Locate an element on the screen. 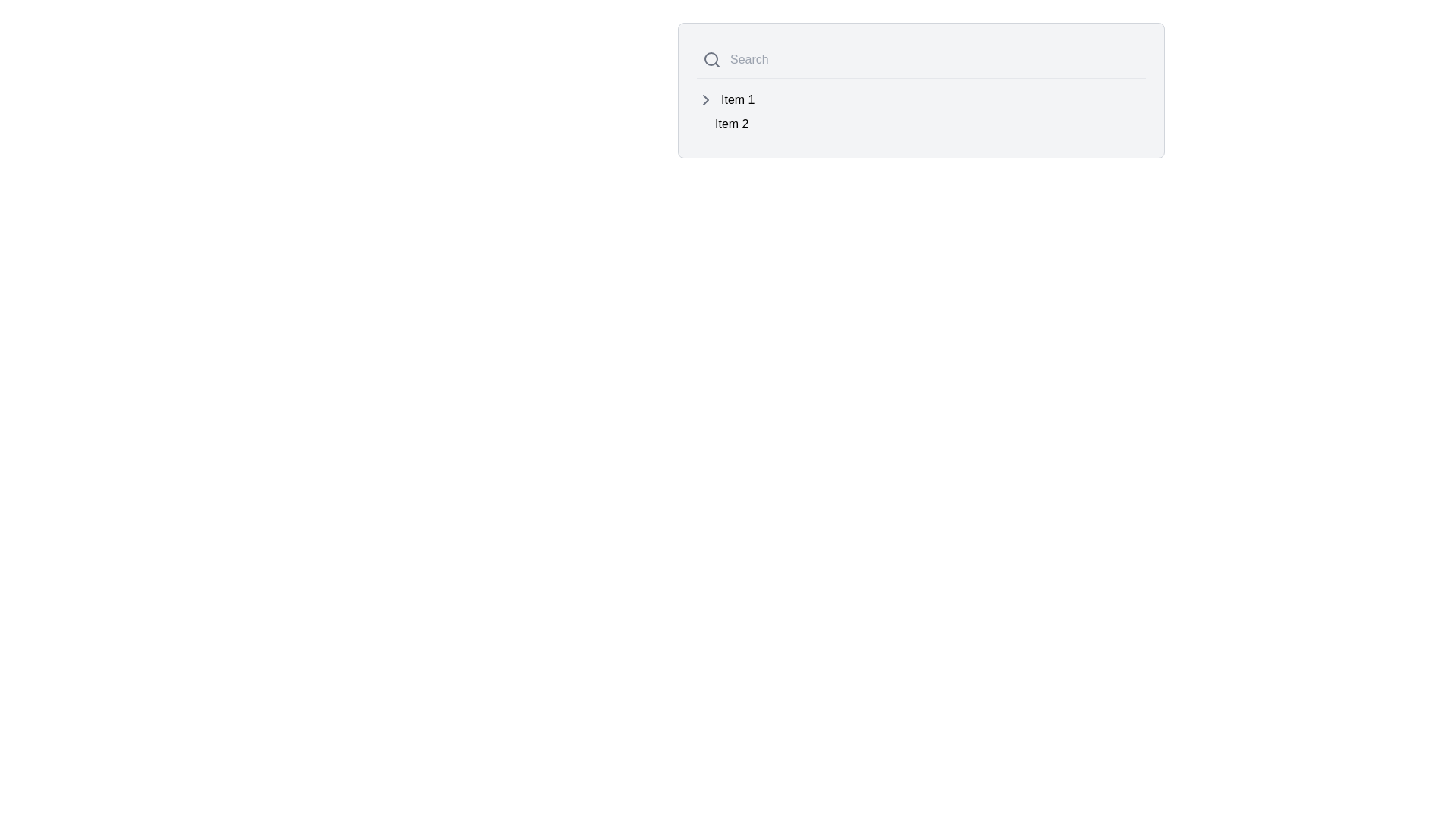 The height and width of the screenshot is (819, 1456). the gray magnifying glass icon with a circular outline, located directly before the 'Search' text input field is located at coordinates (711, 58).